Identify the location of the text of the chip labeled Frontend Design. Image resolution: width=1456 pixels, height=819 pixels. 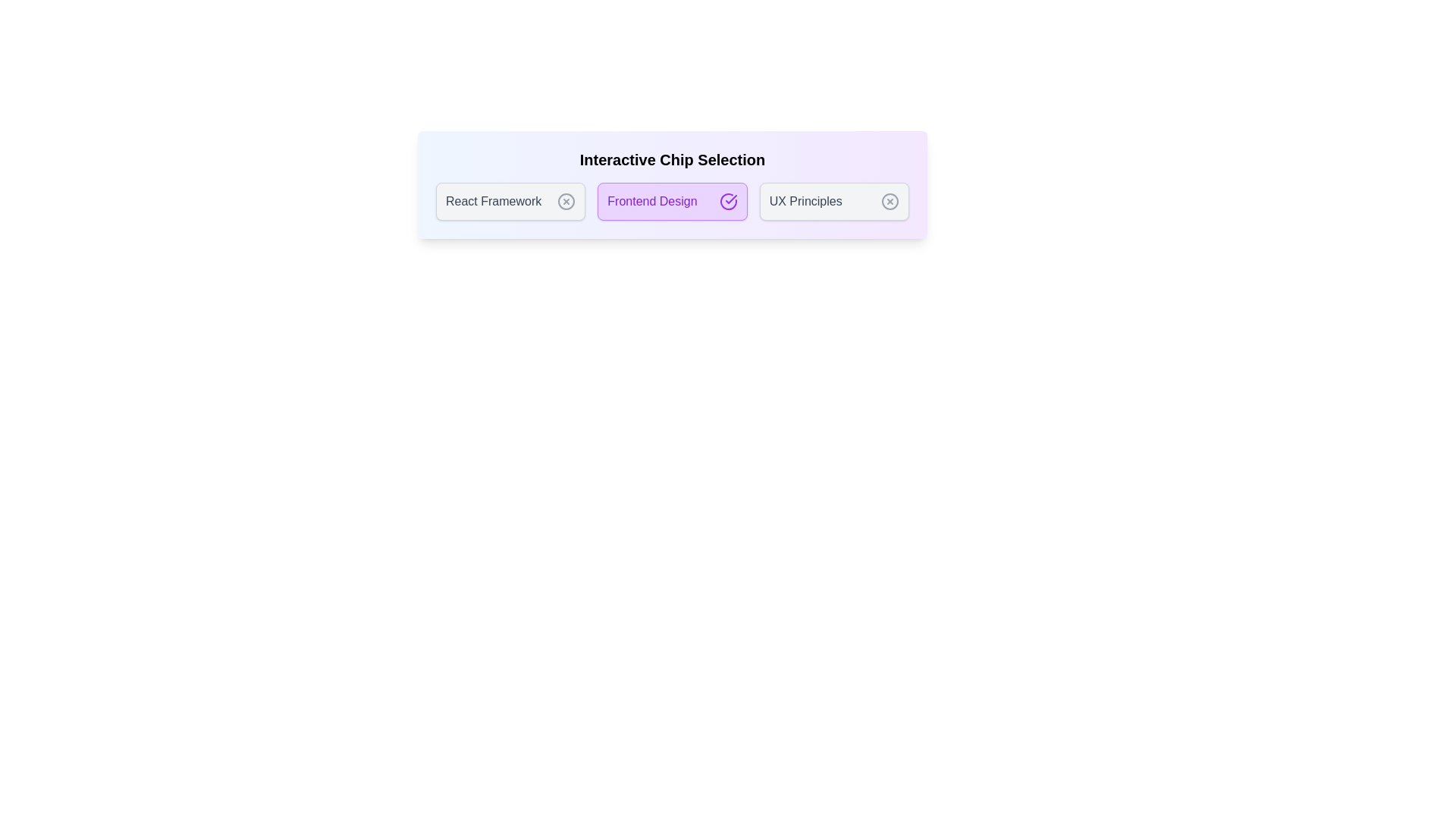
(672, 201).